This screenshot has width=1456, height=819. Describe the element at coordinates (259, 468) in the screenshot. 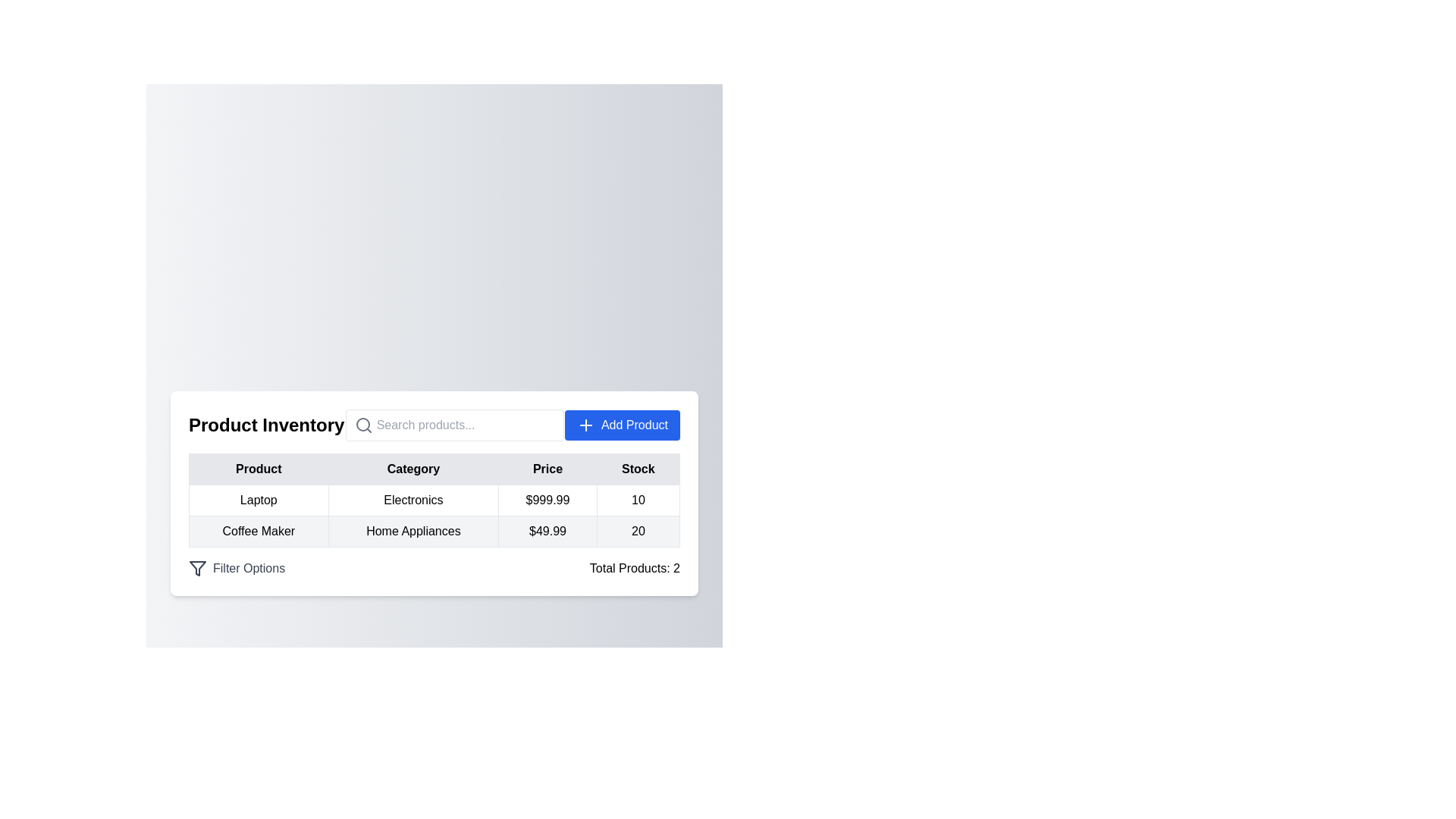

I see `the table header that indicates the product data in the first column, located at the top-left corner of the table` at that location.